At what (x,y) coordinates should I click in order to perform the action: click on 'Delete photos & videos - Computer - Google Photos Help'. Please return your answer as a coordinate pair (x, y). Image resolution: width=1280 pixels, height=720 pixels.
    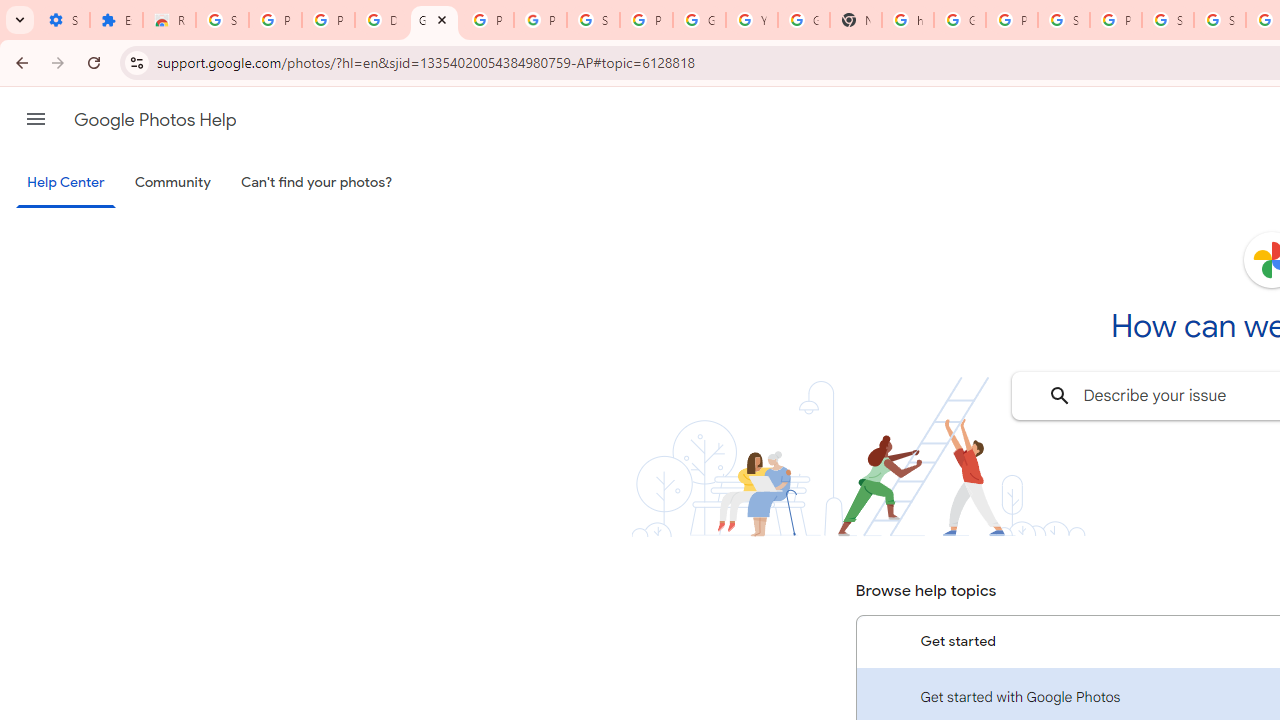
    Looking at the image, I should click on (381, 20).